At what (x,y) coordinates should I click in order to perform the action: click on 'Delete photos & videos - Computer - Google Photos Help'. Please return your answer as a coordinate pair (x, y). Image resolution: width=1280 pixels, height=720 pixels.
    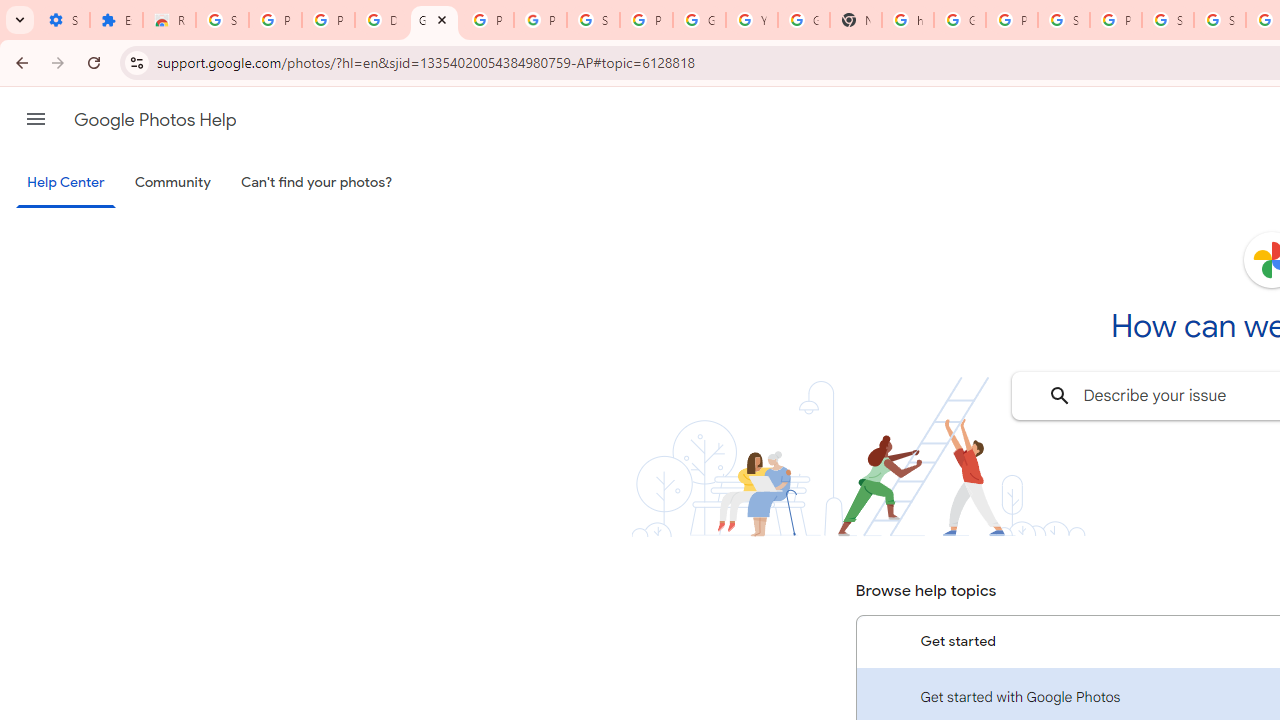
    Looking at the image, I should click on (381, 20).